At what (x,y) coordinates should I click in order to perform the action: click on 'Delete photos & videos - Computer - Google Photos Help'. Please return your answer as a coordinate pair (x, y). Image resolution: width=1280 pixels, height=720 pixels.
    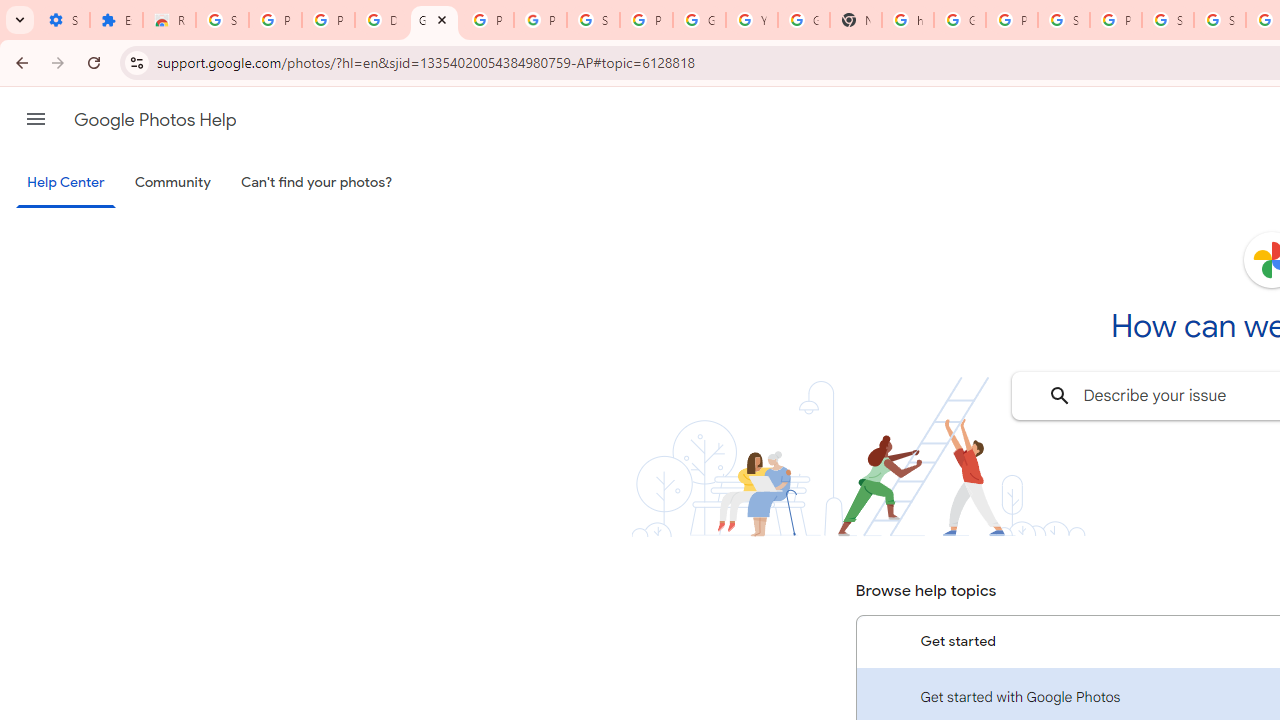
    Looking at the image, I should click on (381, 20).